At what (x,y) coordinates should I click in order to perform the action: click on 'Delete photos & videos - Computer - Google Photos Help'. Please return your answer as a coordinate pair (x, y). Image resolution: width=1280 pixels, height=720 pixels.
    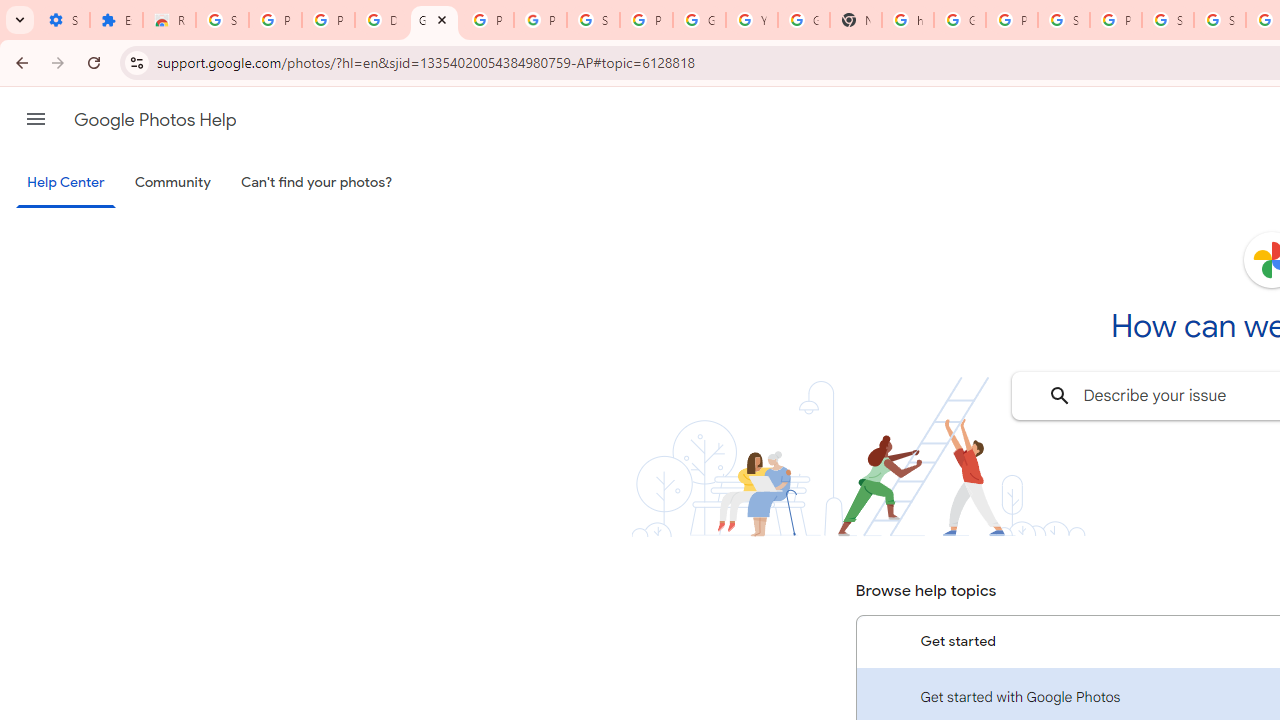
    Looking at the image, I should click on (381, 20).